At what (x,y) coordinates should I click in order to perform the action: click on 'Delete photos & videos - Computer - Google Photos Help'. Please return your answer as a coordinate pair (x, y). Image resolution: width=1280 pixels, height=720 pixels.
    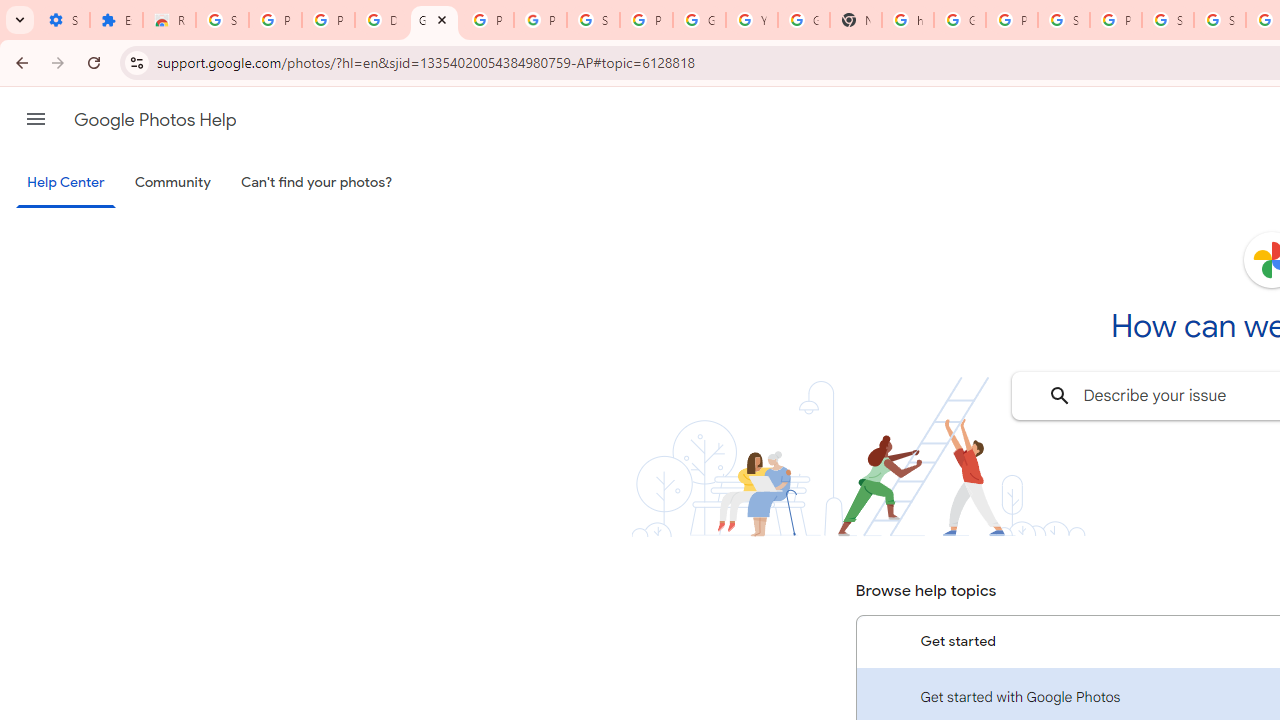
    Looking at the image, I should click on (381, 20).